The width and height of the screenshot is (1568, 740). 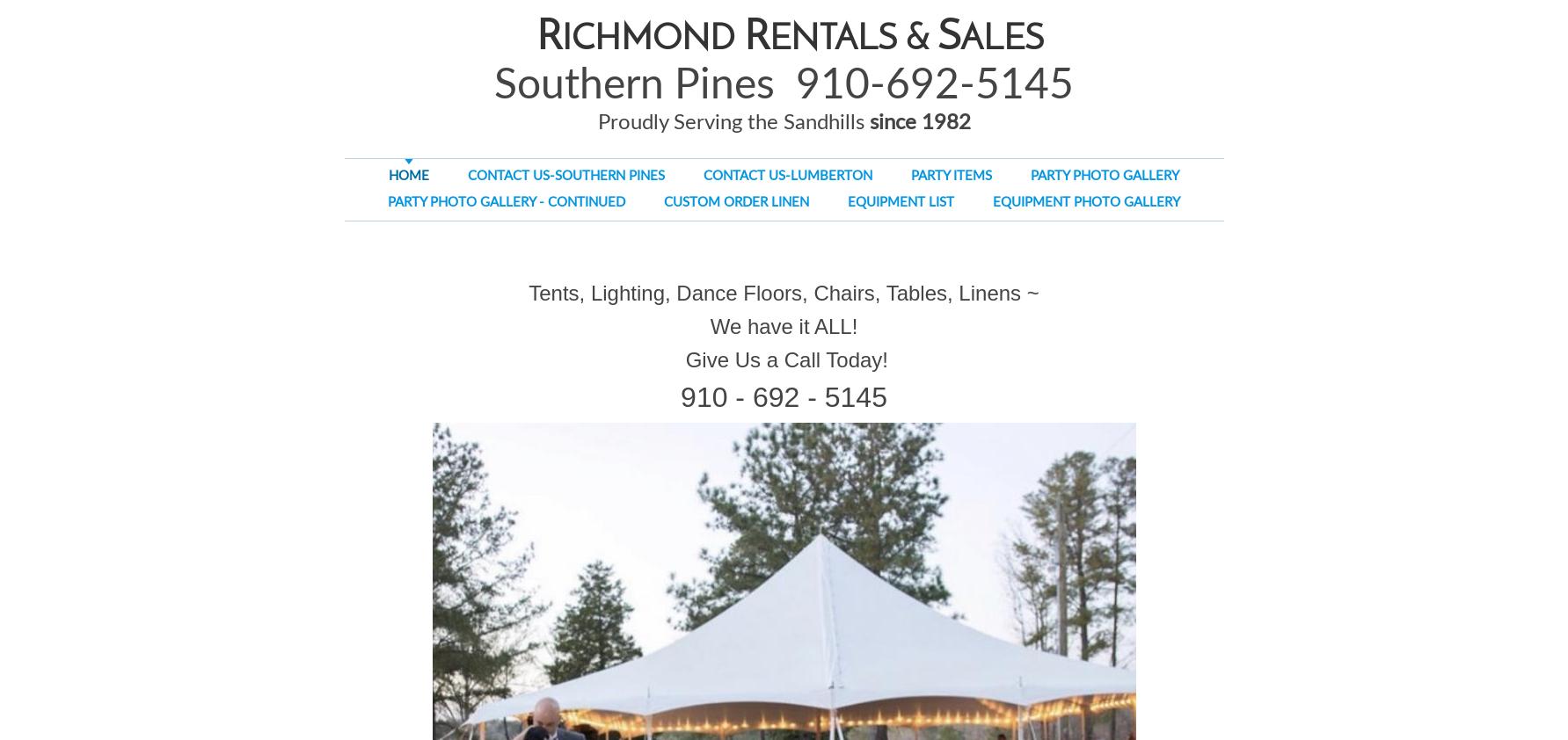 I want to click on 'Home', so click(x=409, y=175).